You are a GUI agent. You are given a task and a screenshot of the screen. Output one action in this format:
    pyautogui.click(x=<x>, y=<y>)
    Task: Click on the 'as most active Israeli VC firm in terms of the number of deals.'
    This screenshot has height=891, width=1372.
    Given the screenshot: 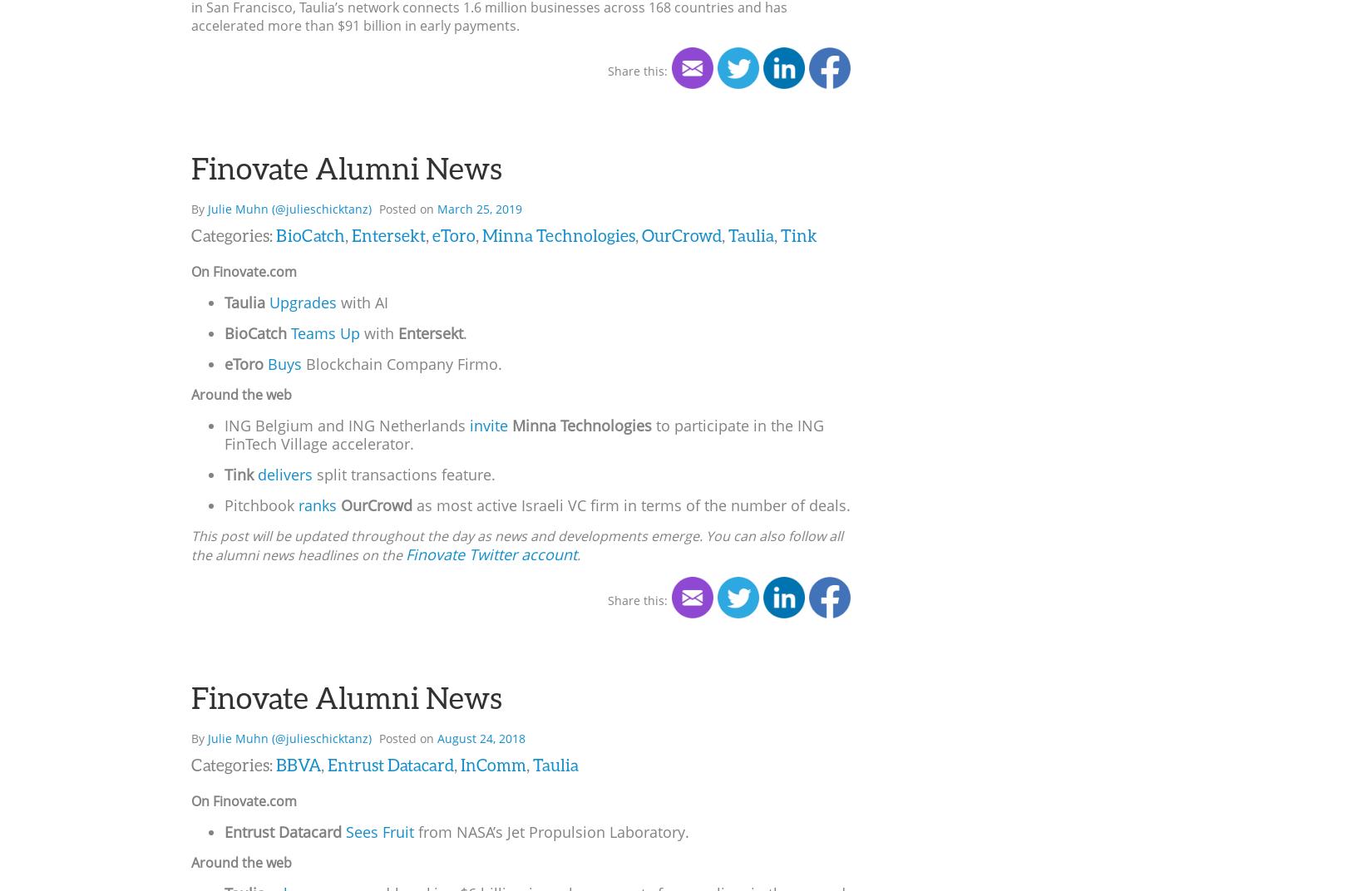 What is the action you would take?
    pyautogui.click(x=630, y=504)
    